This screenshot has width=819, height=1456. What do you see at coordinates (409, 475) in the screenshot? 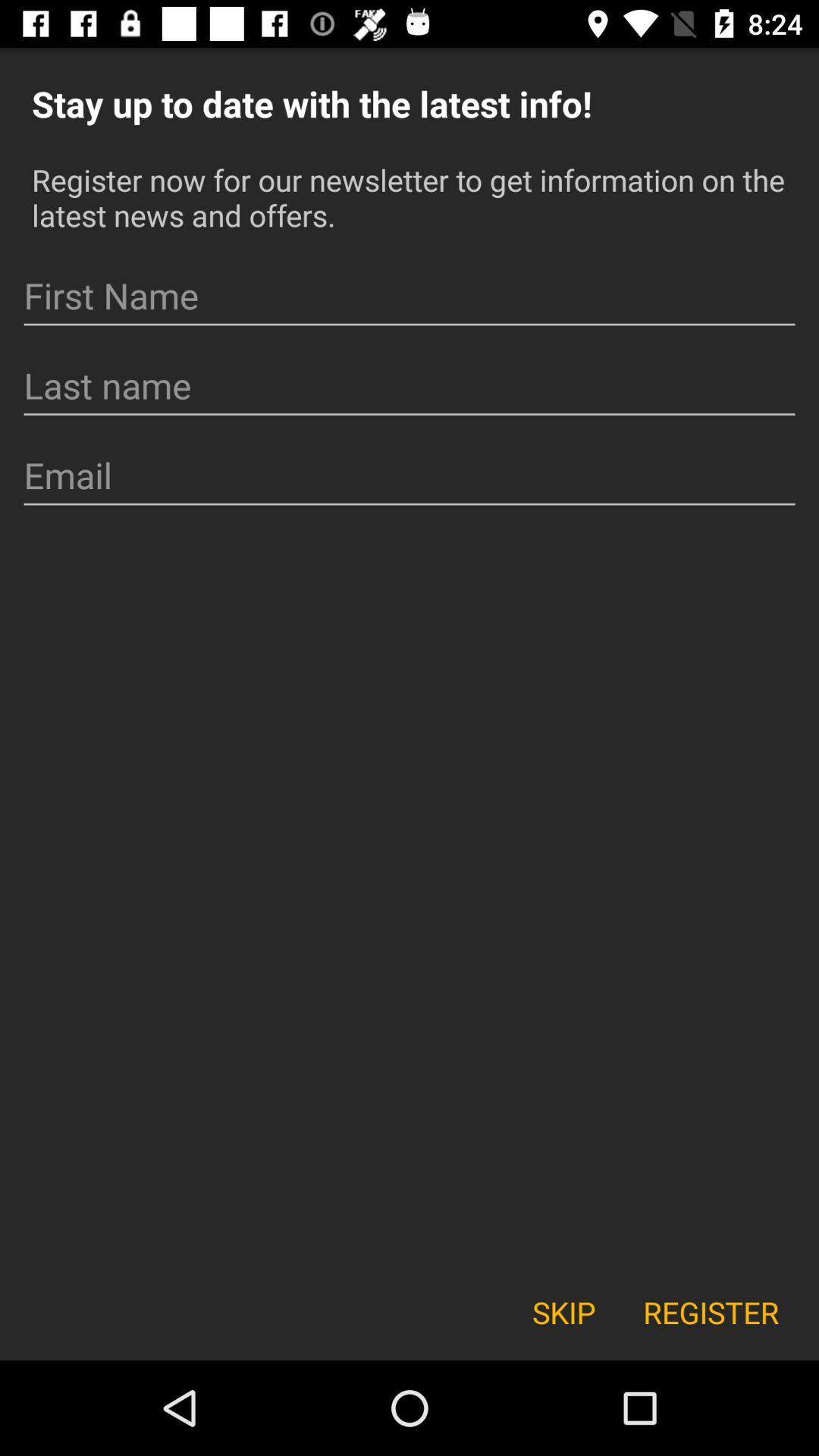
I see `email` at bounding box center [409, 475].